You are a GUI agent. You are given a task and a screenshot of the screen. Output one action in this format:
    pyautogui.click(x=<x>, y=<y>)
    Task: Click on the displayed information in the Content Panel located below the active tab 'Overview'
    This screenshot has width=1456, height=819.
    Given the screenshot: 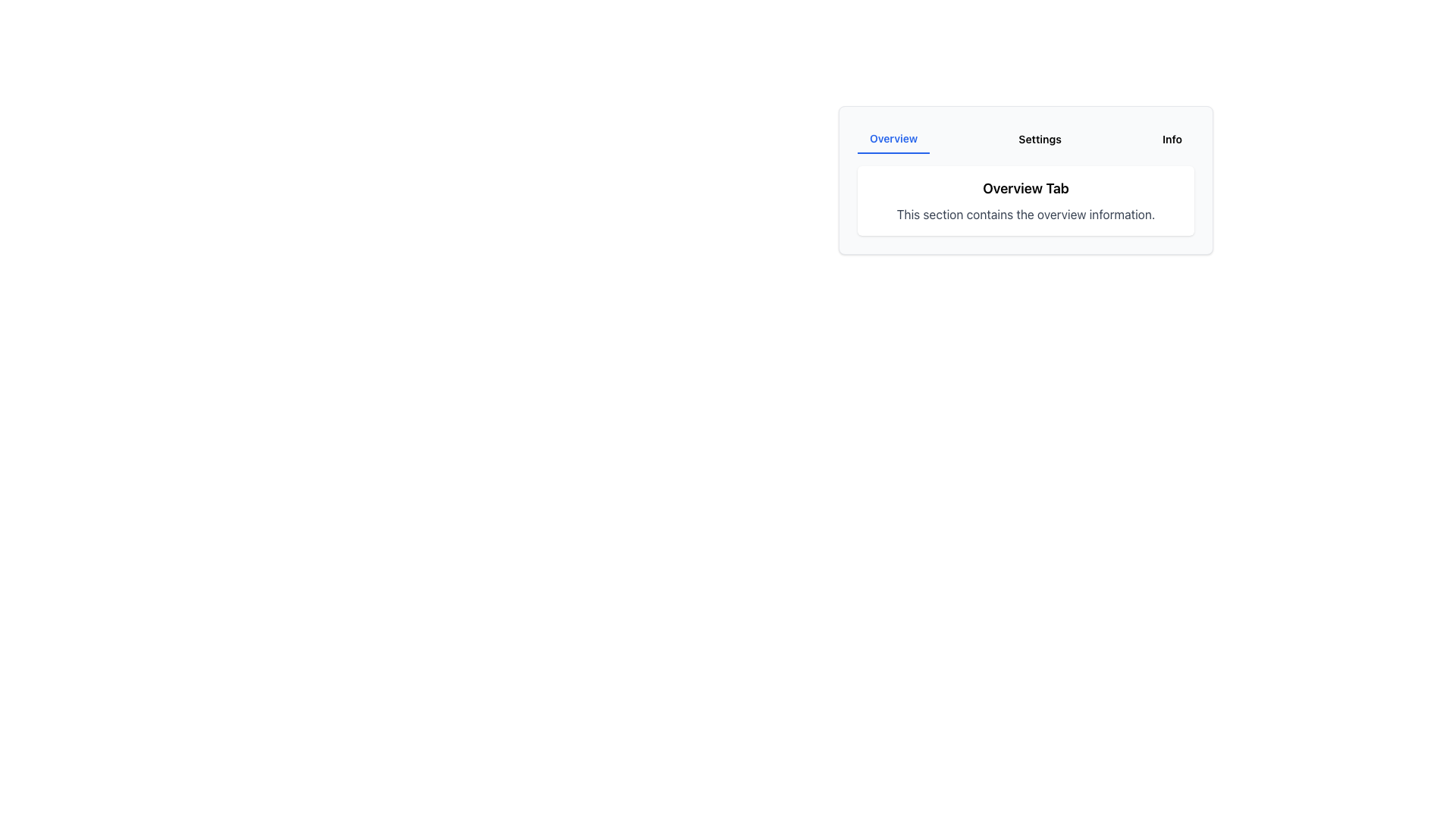 What is the action you would take?
    pyautogui.click(x=1026, y=180)
    